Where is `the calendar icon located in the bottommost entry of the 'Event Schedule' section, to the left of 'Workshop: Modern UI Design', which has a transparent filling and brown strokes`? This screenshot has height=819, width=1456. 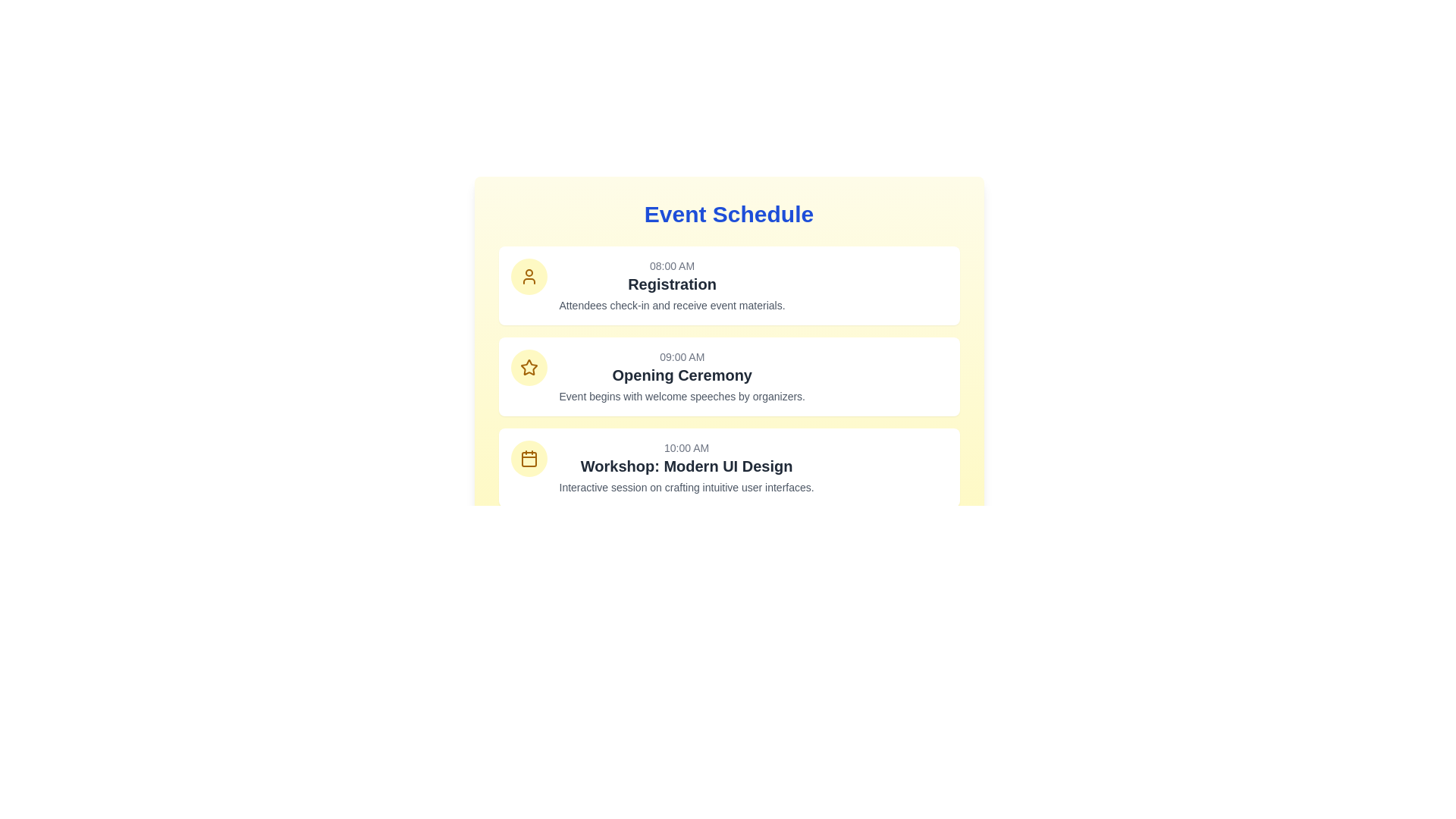
the calendar icon located in the bottommost entry of the 'Event Schedule' section, to the left of 'Workshop: Modern UI Design', which has a transparent filling and brown strokes is located at coordinates (529, 458).